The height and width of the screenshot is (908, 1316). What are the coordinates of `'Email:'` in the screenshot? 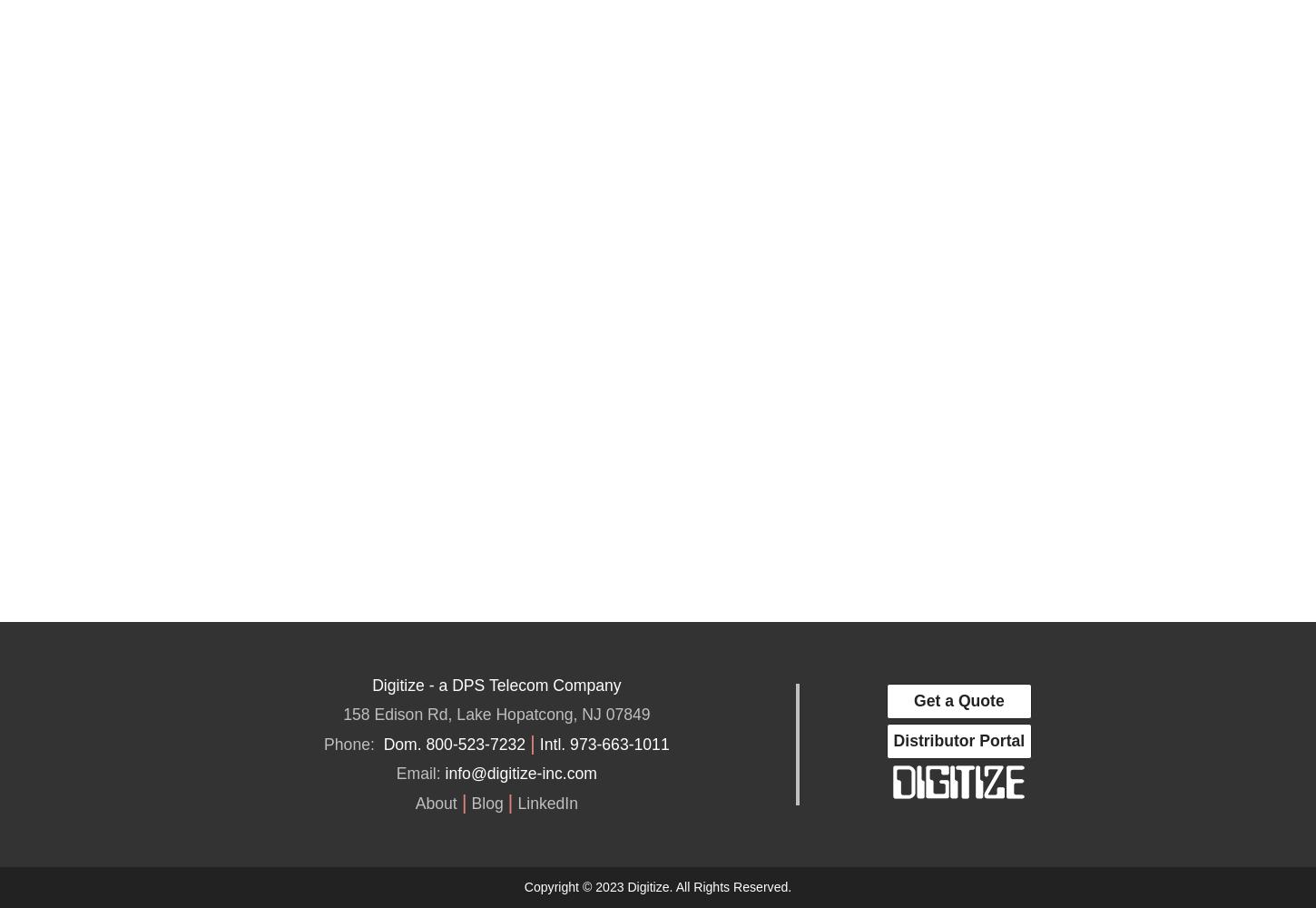 It's located at (395, 773).